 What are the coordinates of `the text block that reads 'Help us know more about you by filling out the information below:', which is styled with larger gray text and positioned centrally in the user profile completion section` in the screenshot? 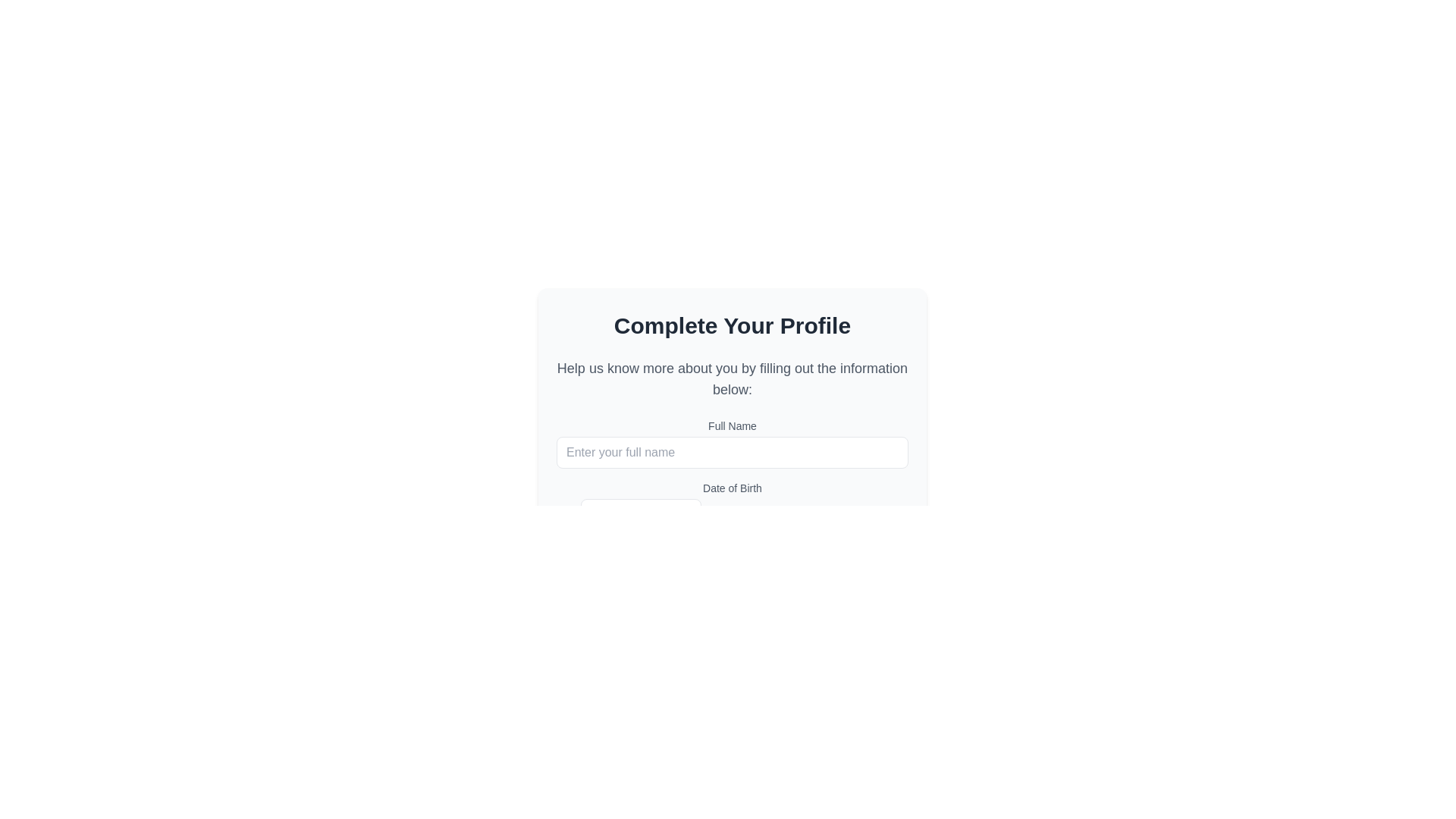 It's located at (732, 378).